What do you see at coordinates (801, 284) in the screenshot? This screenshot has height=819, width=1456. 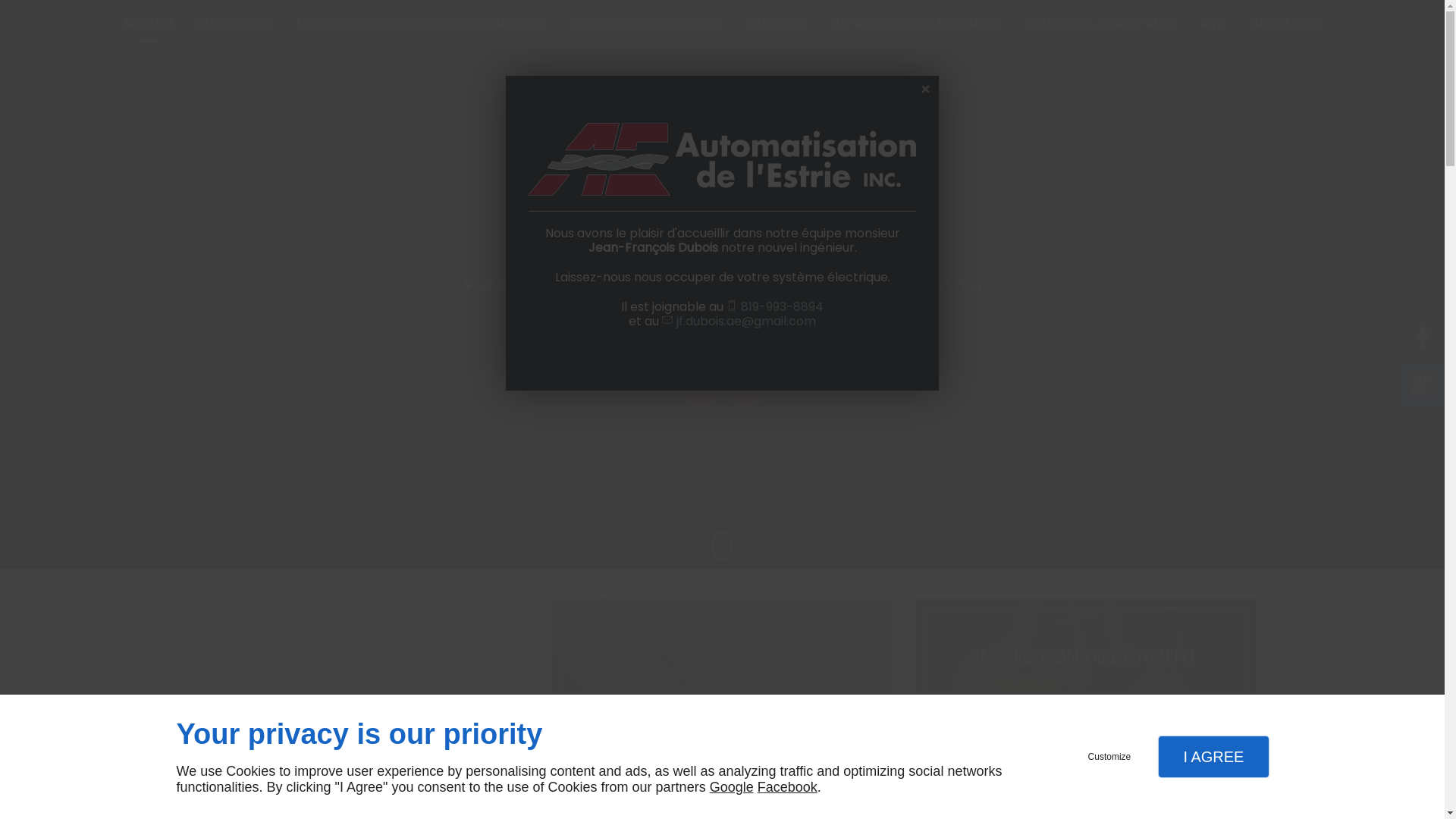 I see `'819-573-0500'` at bounding box center [801, 284].